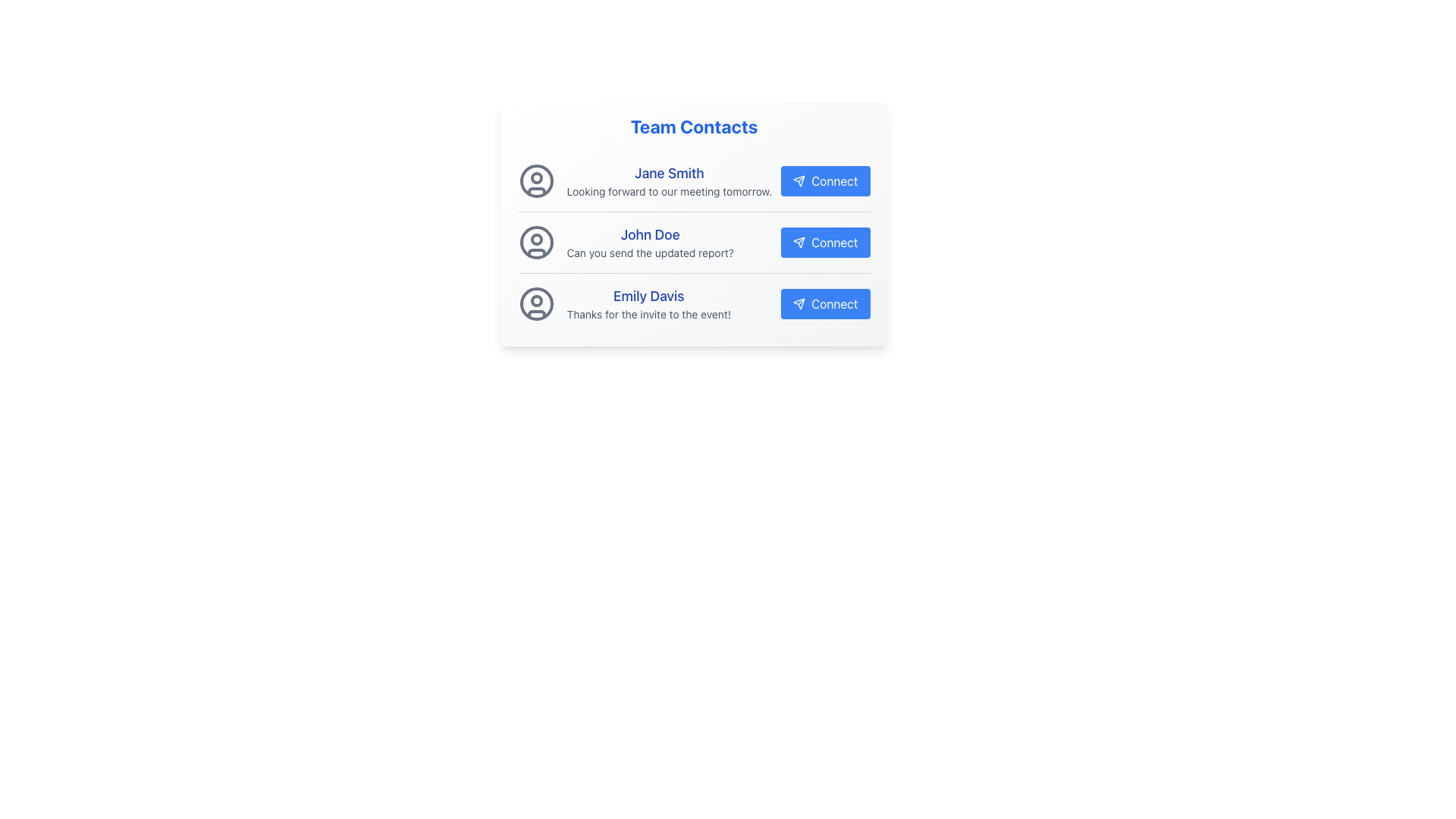 The height and width of the screenshot is (819, 1456). Describe the element at coordinates (536, 252) in the screenshot. I see `the body line of the user profile icon representing 'John Doe' in the second contact entry` at that location.